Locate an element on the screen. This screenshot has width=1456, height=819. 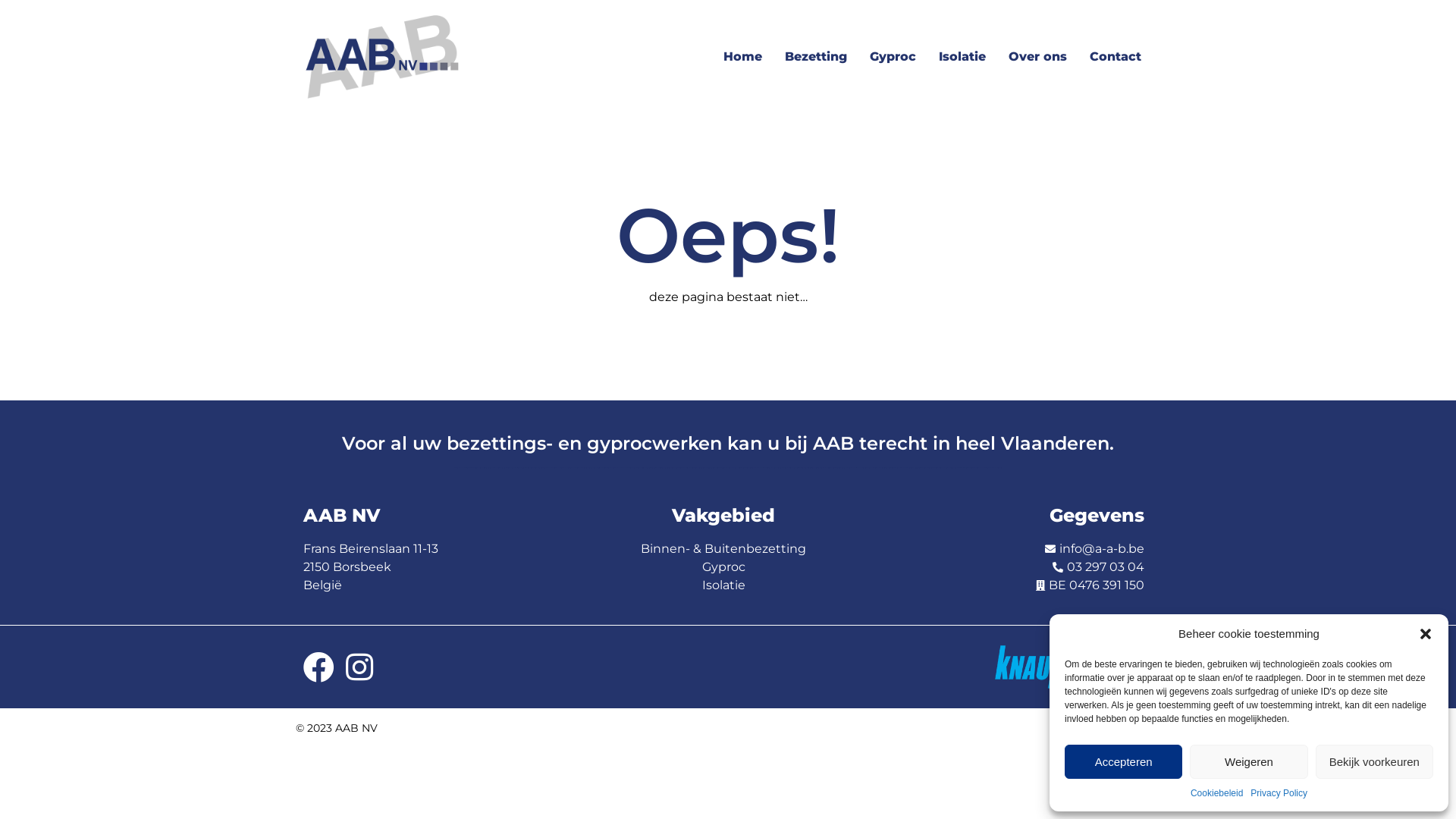
'03 297 03 04' is located at coordinates (874, 567).